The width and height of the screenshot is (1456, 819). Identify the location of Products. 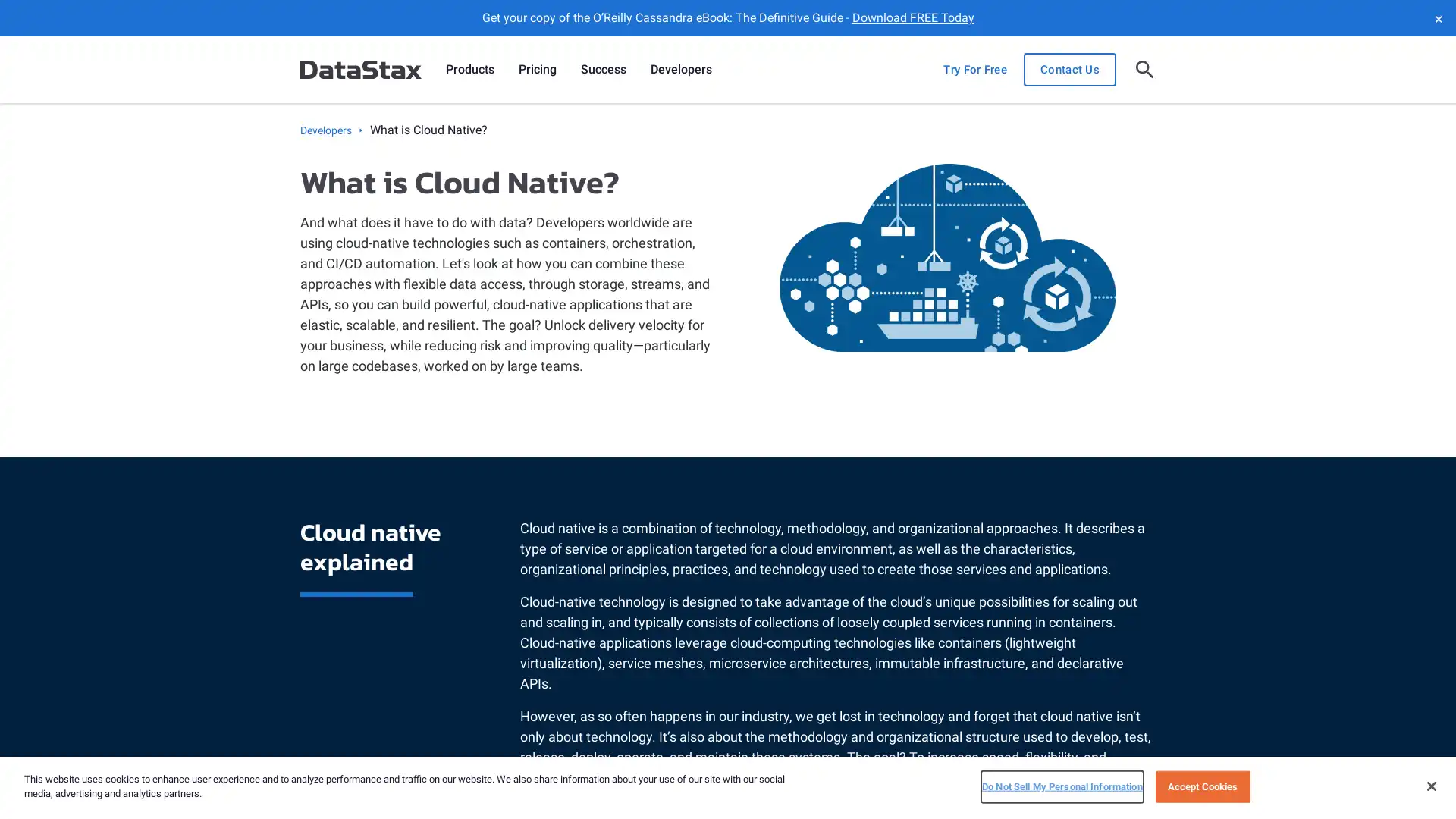
(469, 70).